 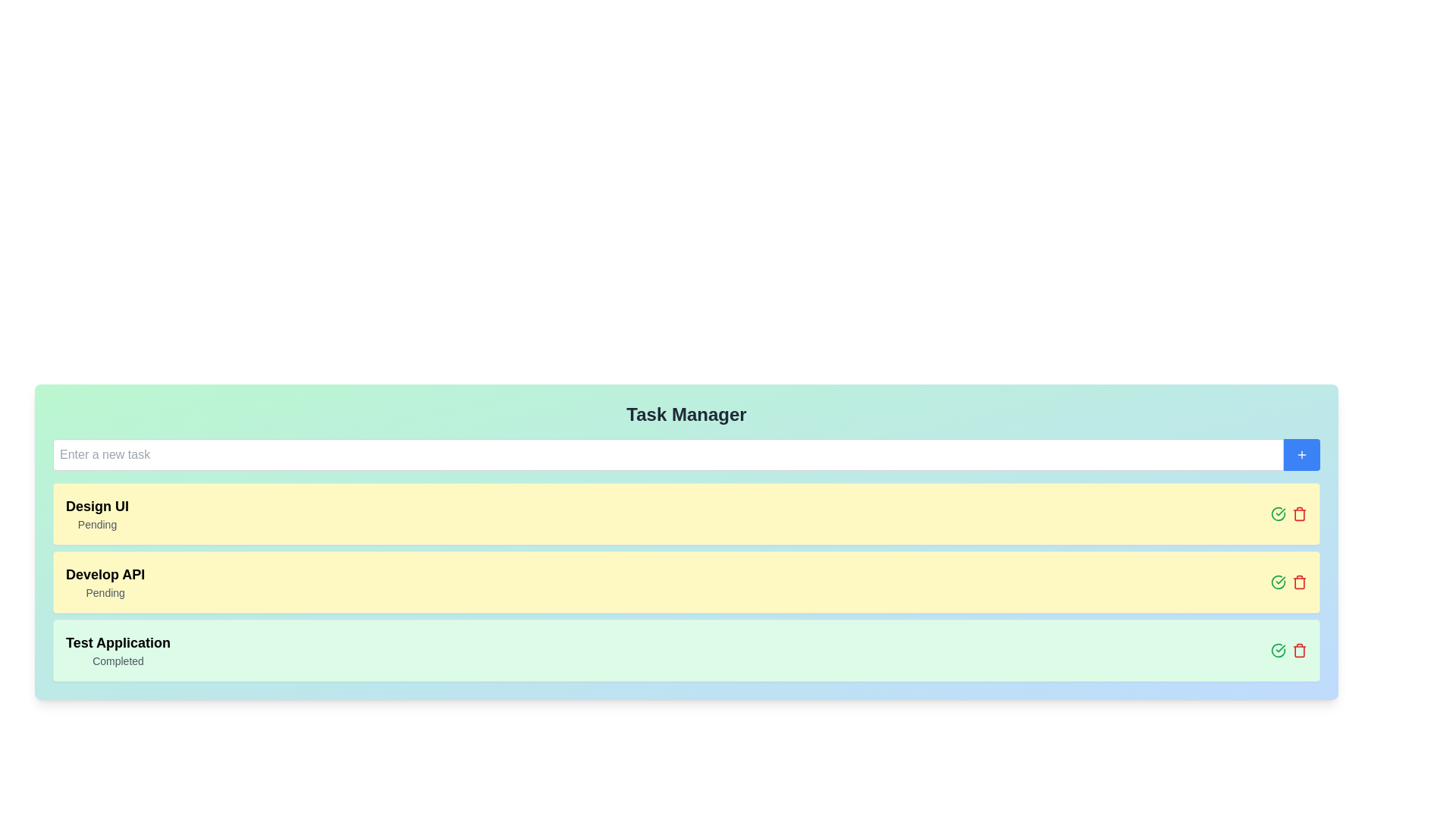 I want to click on delete button for the task 'Design UI', so click(x=1298, y=513).